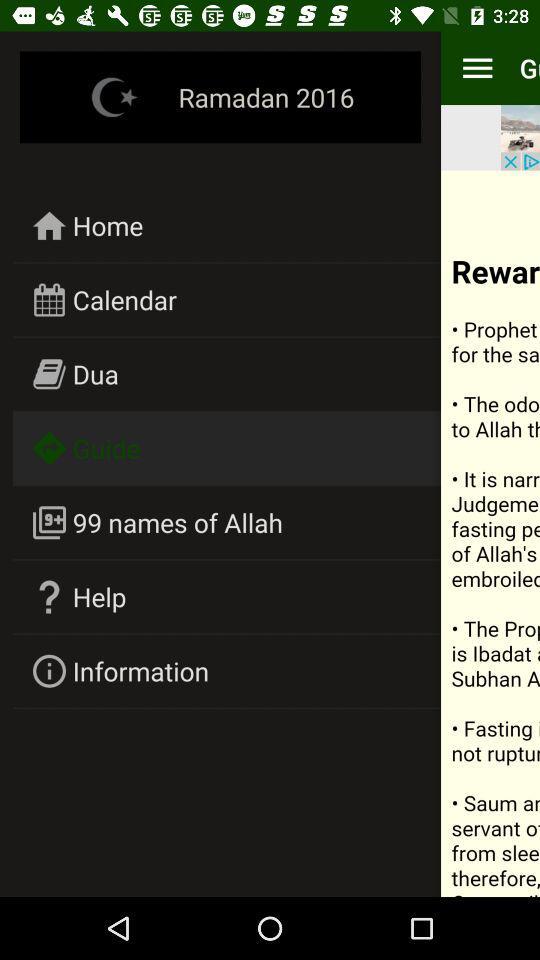 The image size is (540, 960). What do you see at coordinates (520, 136) in the screenshot?
I see `open advertisement` at bounding box center [520, 136].